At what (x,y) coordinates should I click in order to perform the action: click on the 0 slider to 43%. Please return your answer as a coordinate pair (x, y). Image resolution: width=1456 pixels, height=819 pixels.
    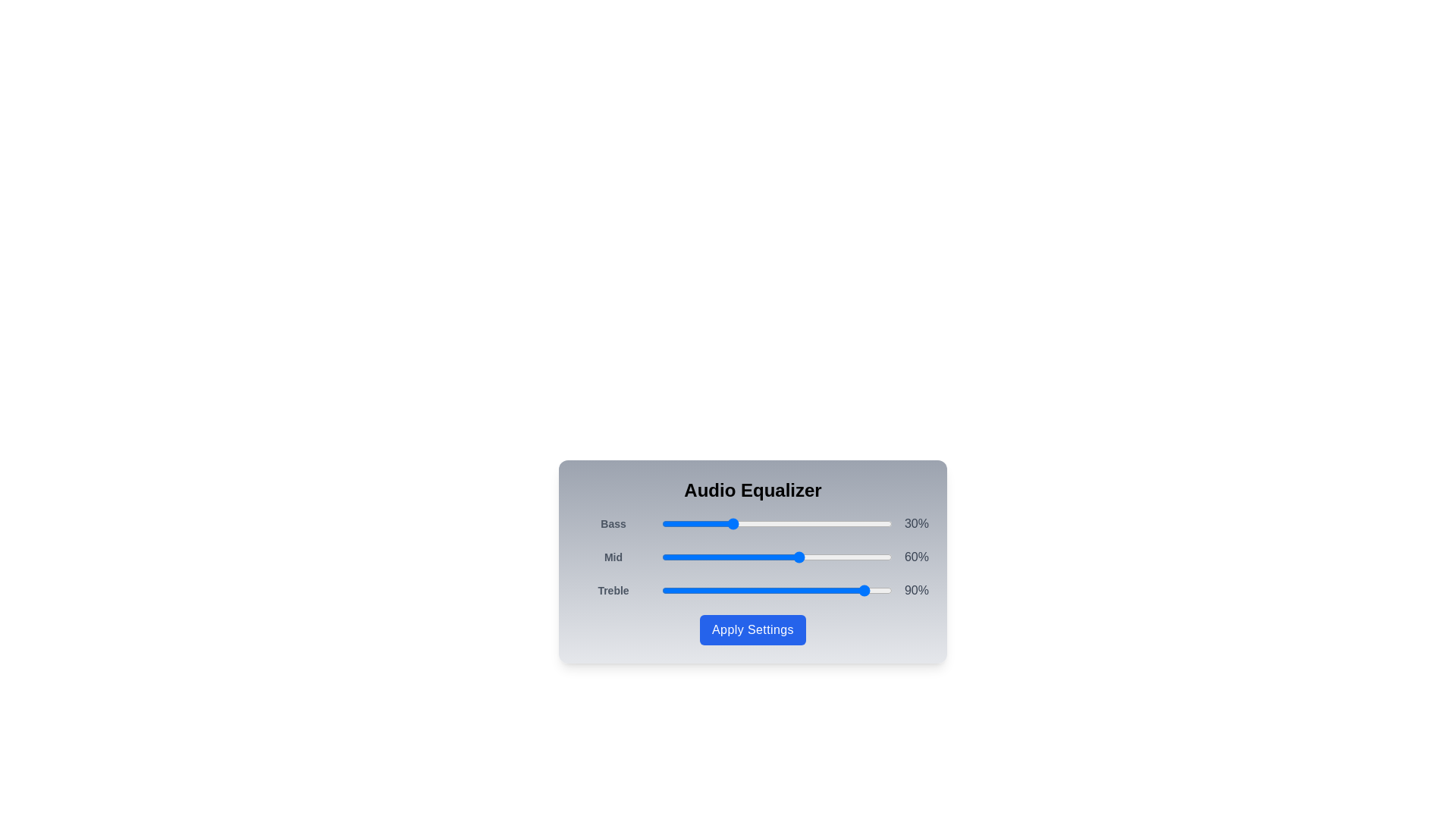
    Looking at the image, I should click on (761, 522).